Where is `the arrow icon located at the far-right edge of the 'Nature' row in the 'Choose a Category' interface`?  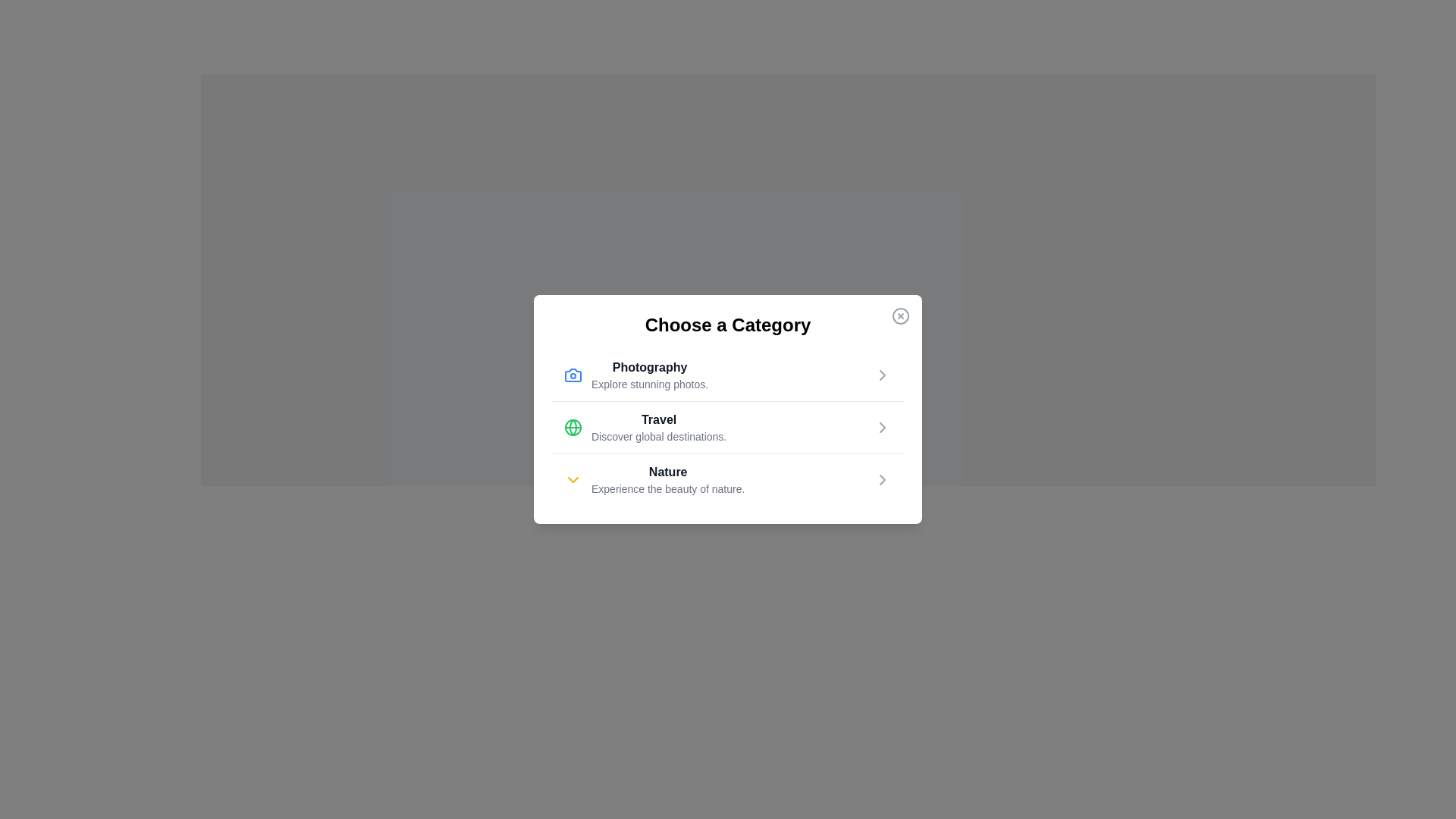 the arrow icon located at the far-right edge of the 'Nature' row in the 'Choose a Category' interface is located at coordinates (882, 479).